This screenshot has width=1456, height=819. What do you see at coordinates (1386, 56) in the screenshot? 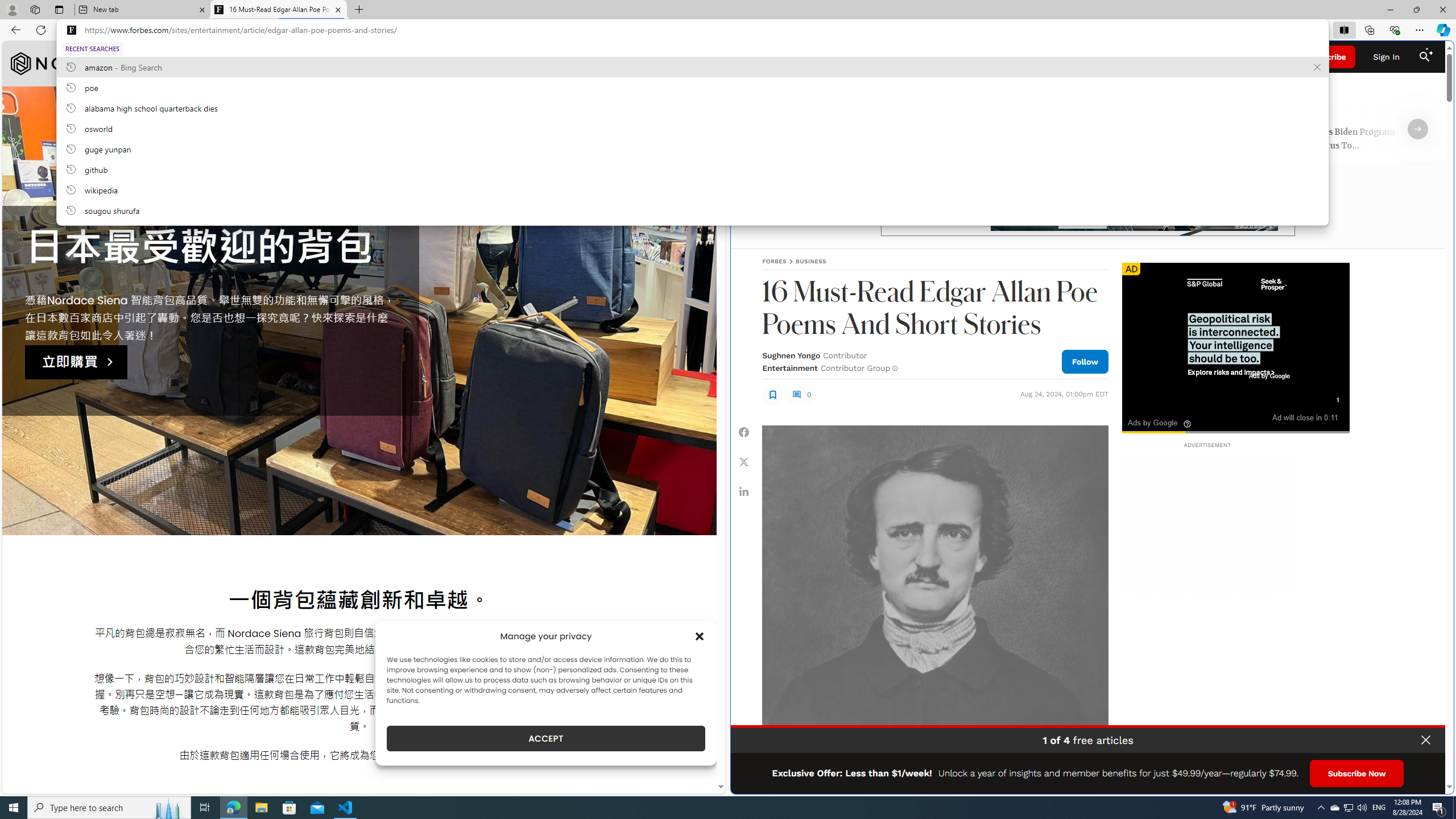
I see `'Sign In'` at bounding box center [1386, 56].